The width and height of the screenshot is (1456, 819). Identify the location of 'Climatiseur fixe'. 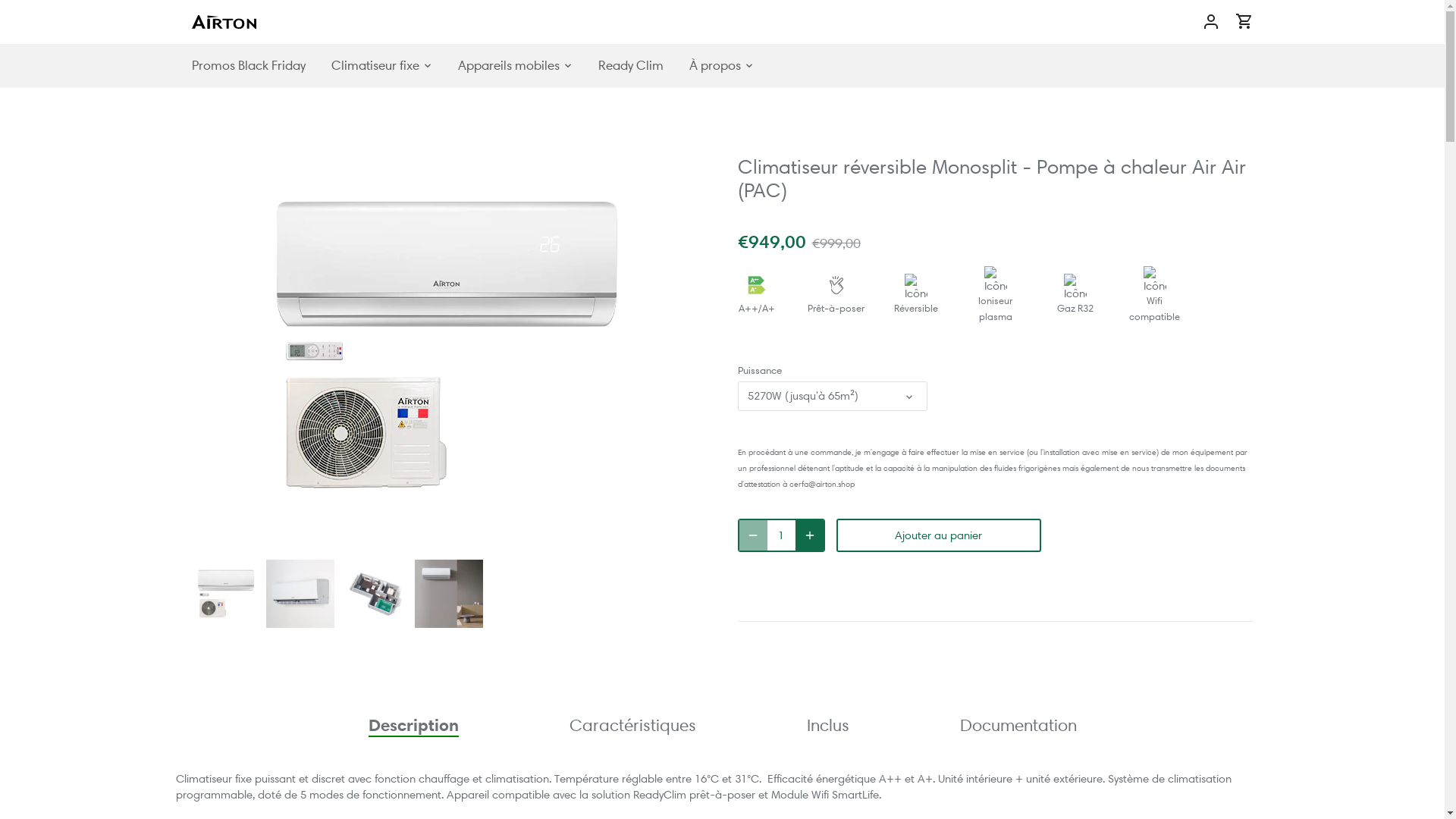
(375, 64).